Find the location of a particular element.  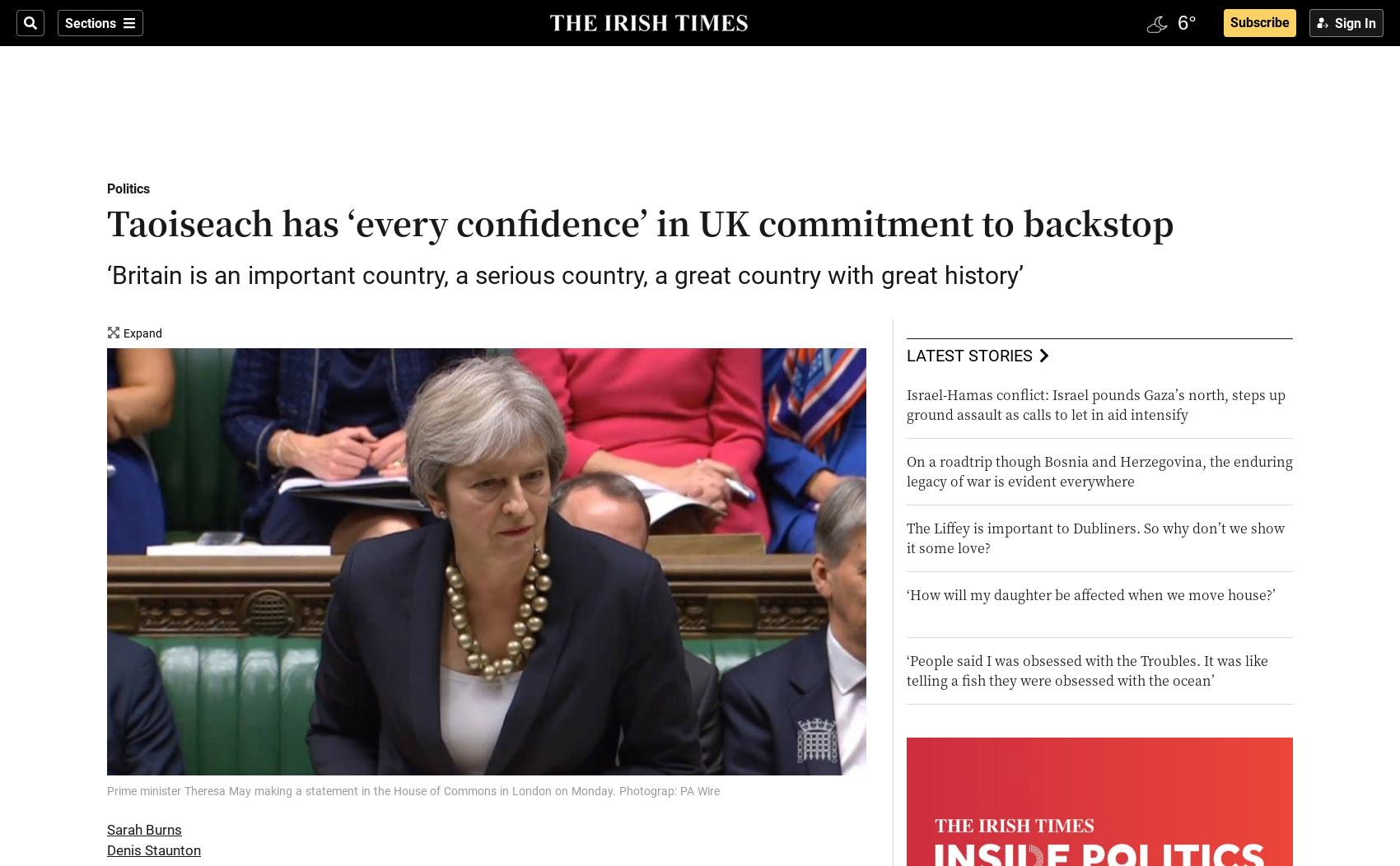

'Prime minister Theresa May making a statement in the House of Commons in London on Monday.   Photograp: PA Wire' is located at coordinates (413, 789).